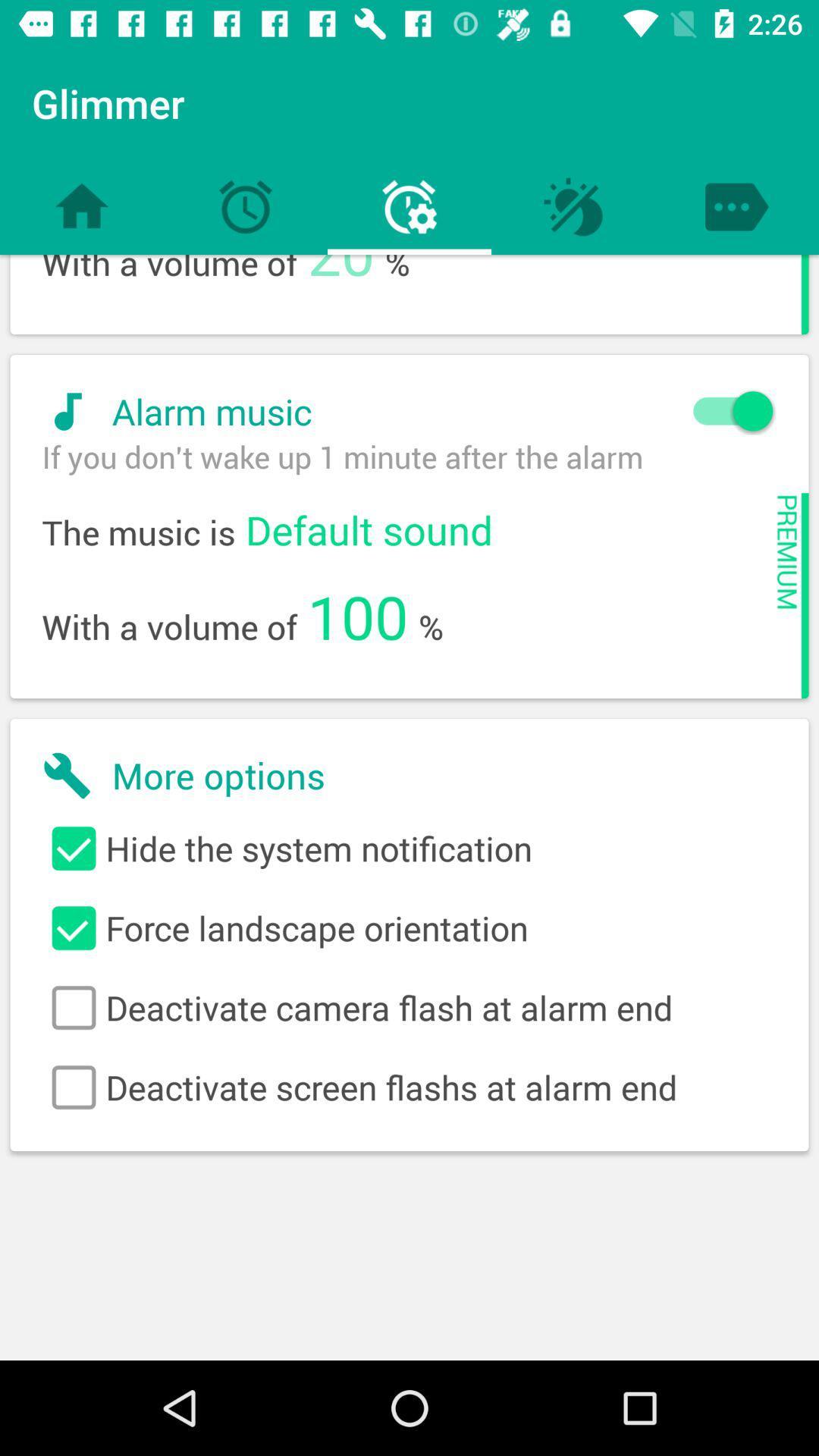 Image resolution: width=819 pixels, height=1456 pixels. Describe the element at coordinates (400, 411) in the screenshot. I see `the item above if you don icon` at that location.